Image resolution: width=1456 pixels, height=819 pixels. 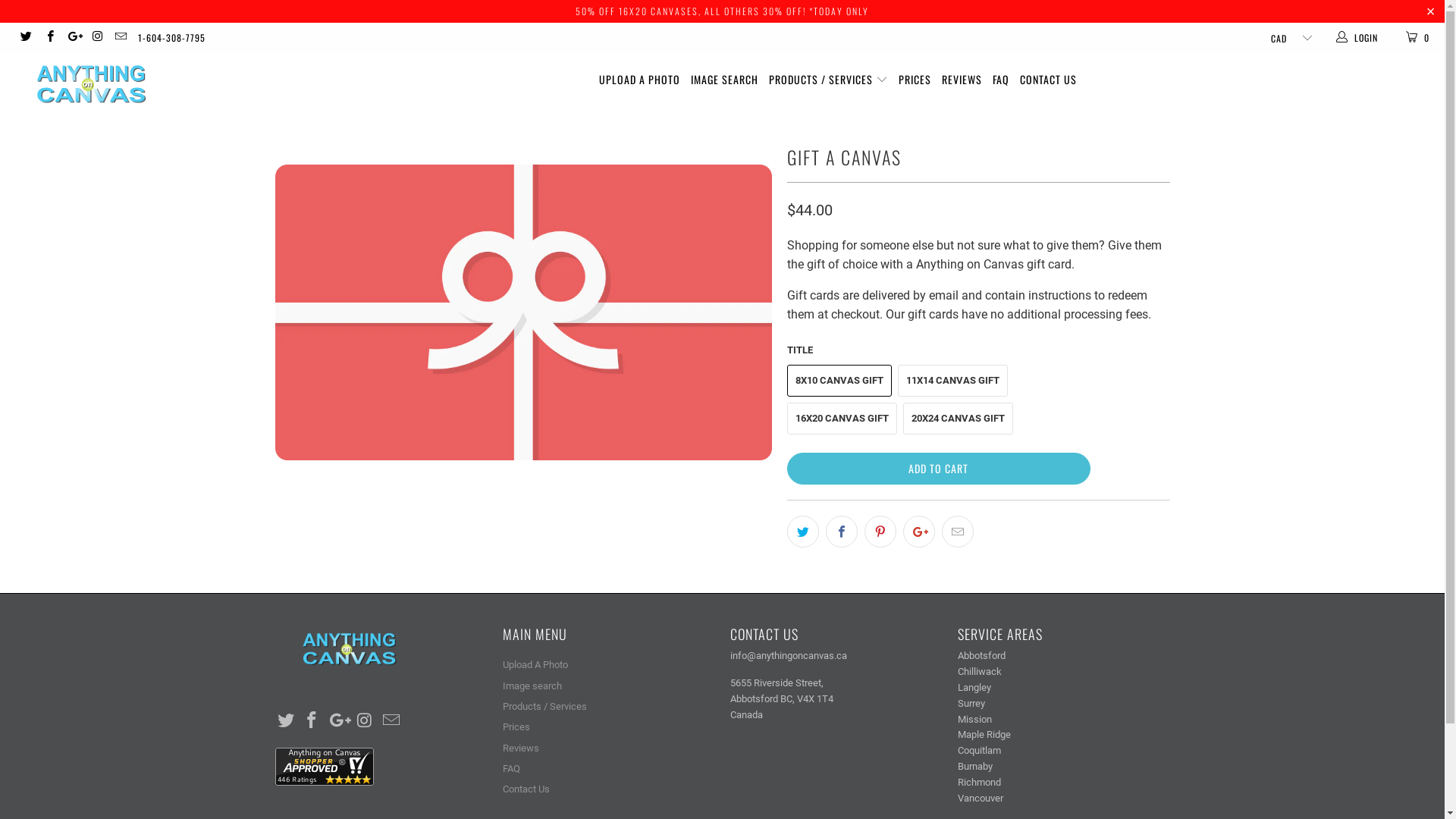 What do you see at coordinates (786, 531) in the screenshot?
I see `'Share this on Twitter'` at bounding box center [786, 531].